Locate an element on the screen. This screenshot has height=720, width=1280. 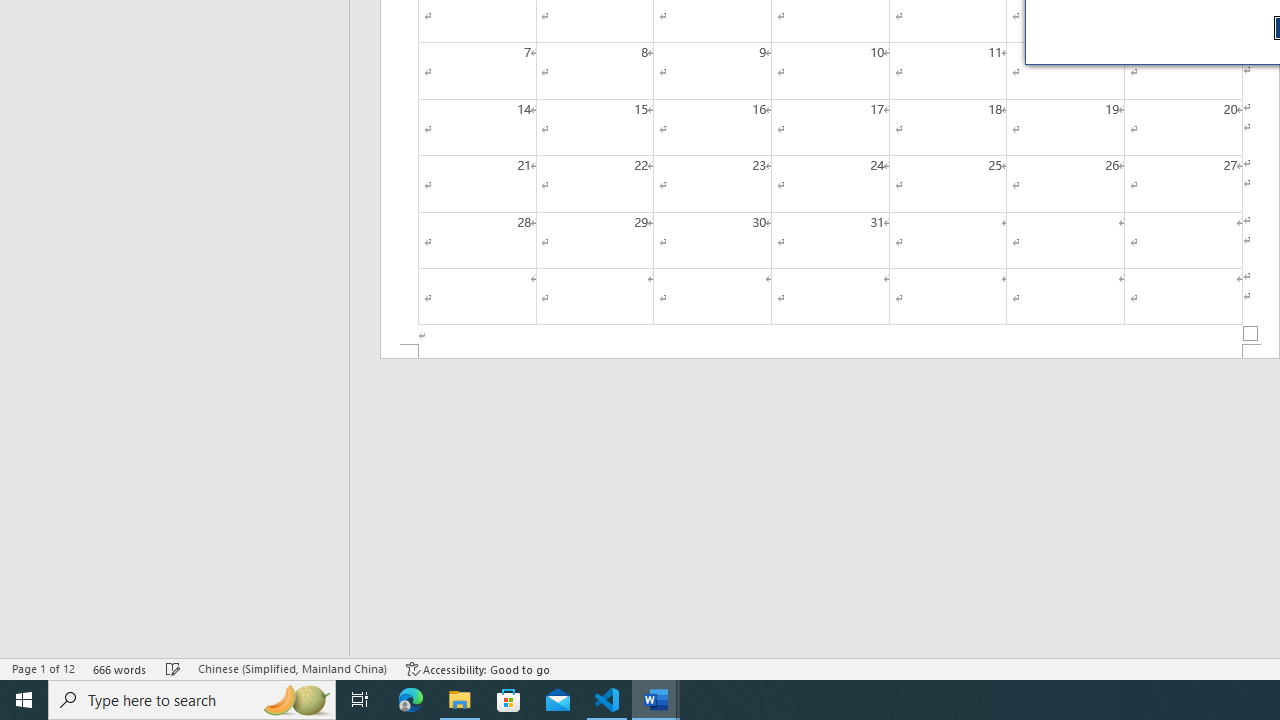
'Type here to search' is located at coordinates (192, 698).